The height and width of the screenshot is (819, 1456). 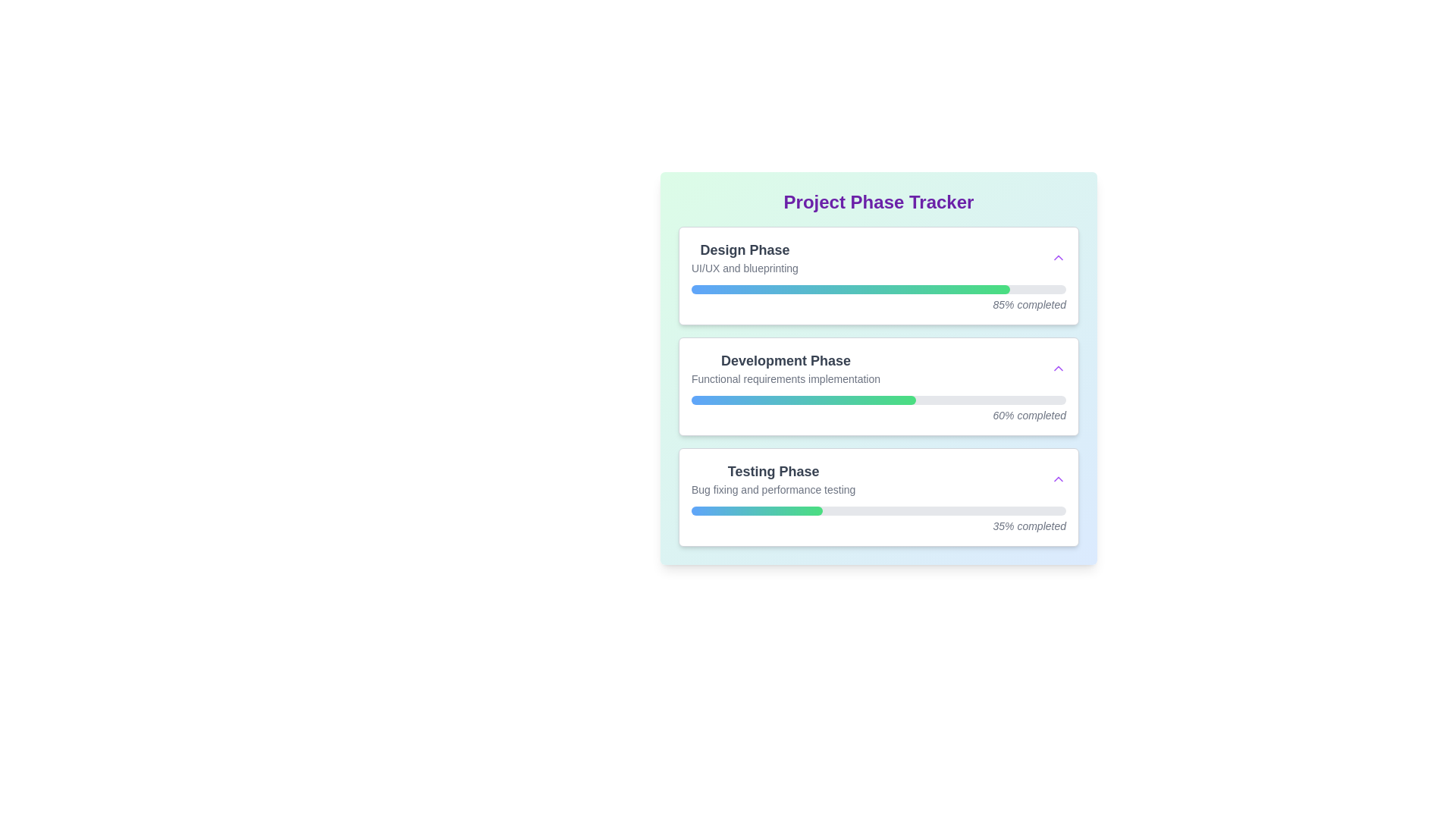 What do you see at coordinates (803, 400) in the screenshot?
I see `the gradient-filled portion of the progress bar segment in the 'Development Phase' section, which displays a gradient from blue to green and has rounded edges` at bounding box center [803, 400].